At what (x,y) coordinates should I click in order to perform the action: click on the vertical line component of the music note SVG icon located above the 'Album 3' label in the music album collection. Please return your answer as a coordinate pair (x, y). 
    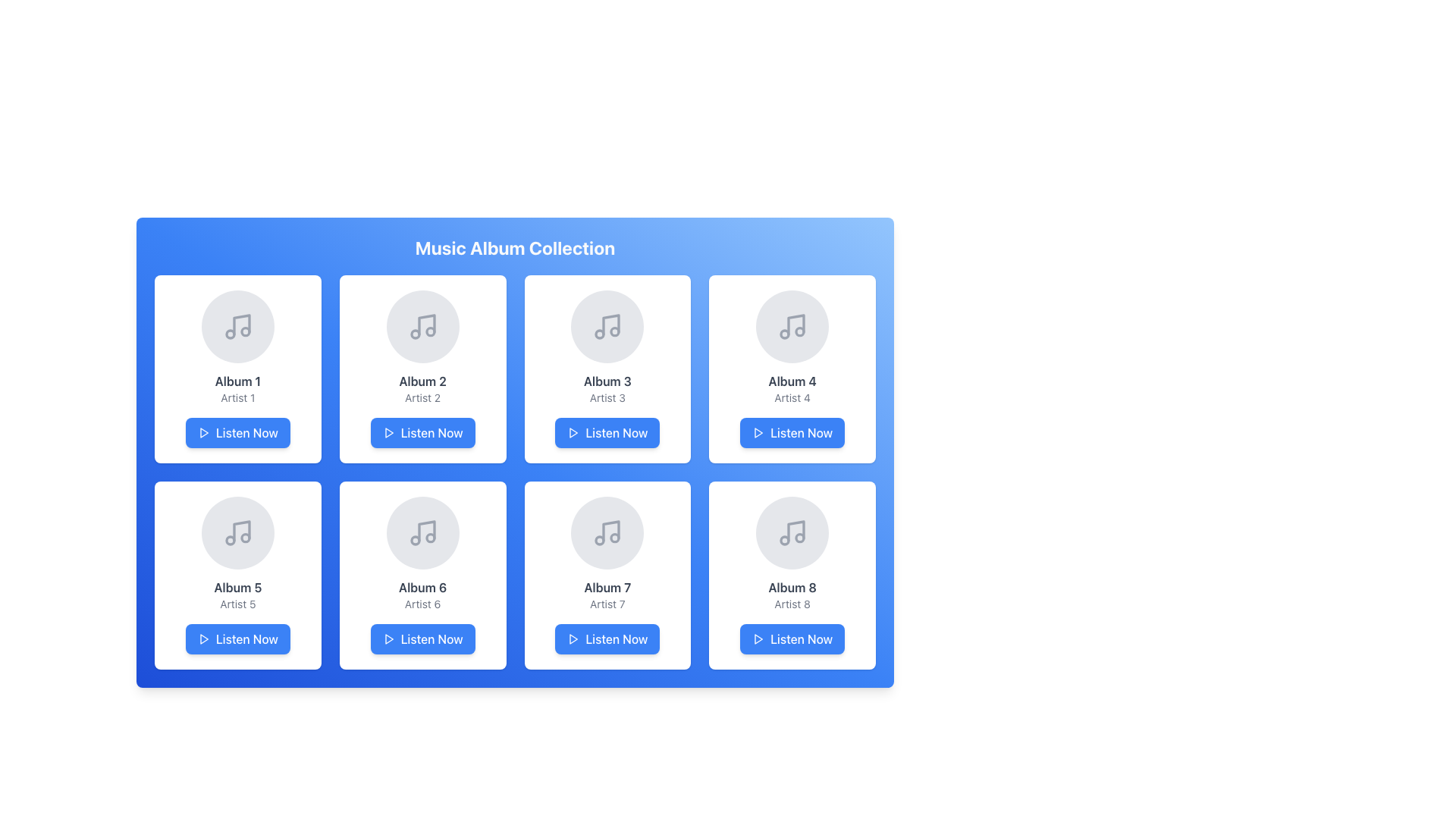
    Looking at the image, I should click on (611, 324).